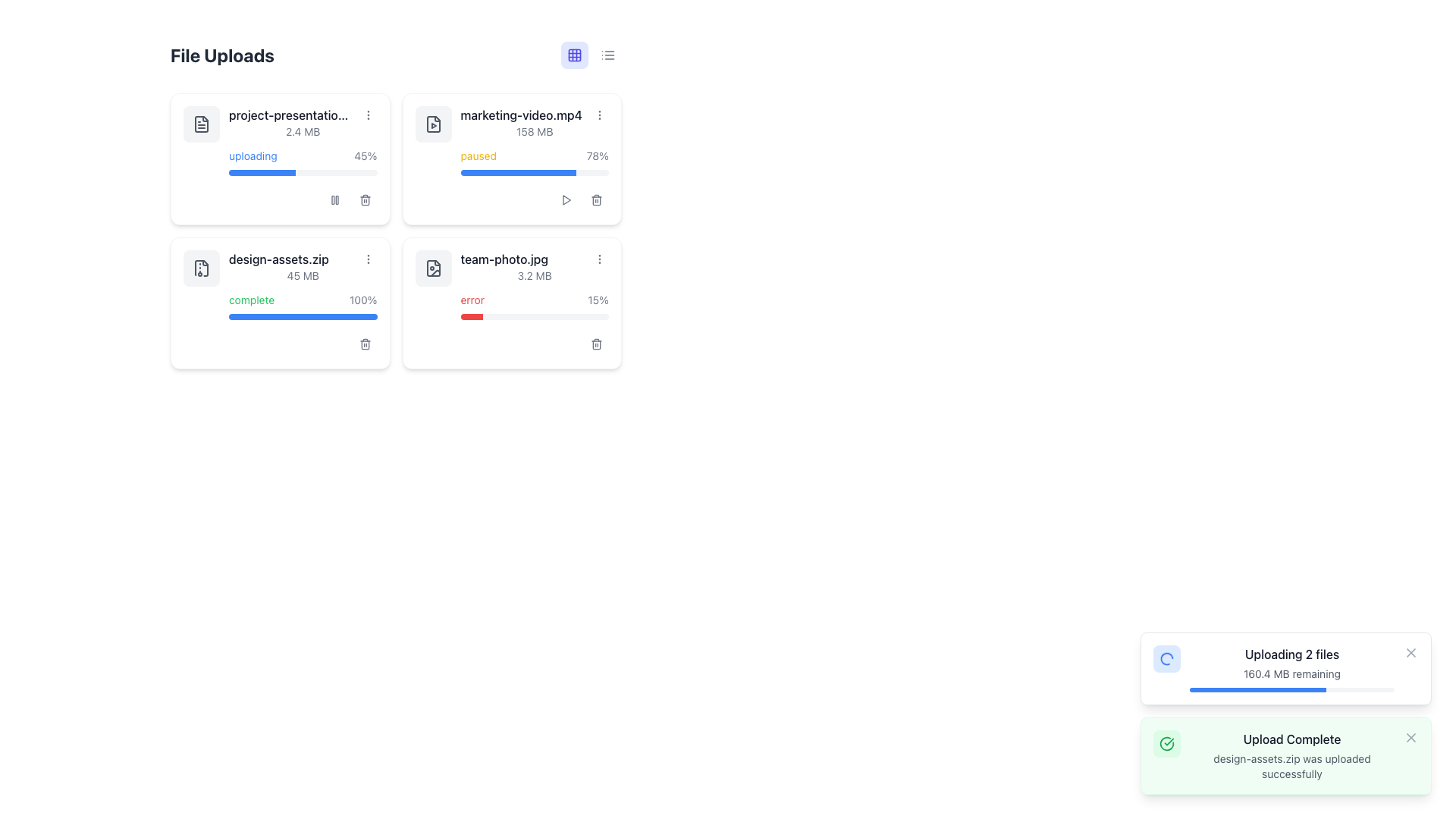 This screenshot has height=819, width=1456. Describe the element at coordinates (432, 124) in the screenshot. I see `the video file icon labeled 'marketing-video.mp4', which is styled with a document-like outline and a play symbol in the center, located in the upper-right quadrant of the File Uploads interface` at that location.